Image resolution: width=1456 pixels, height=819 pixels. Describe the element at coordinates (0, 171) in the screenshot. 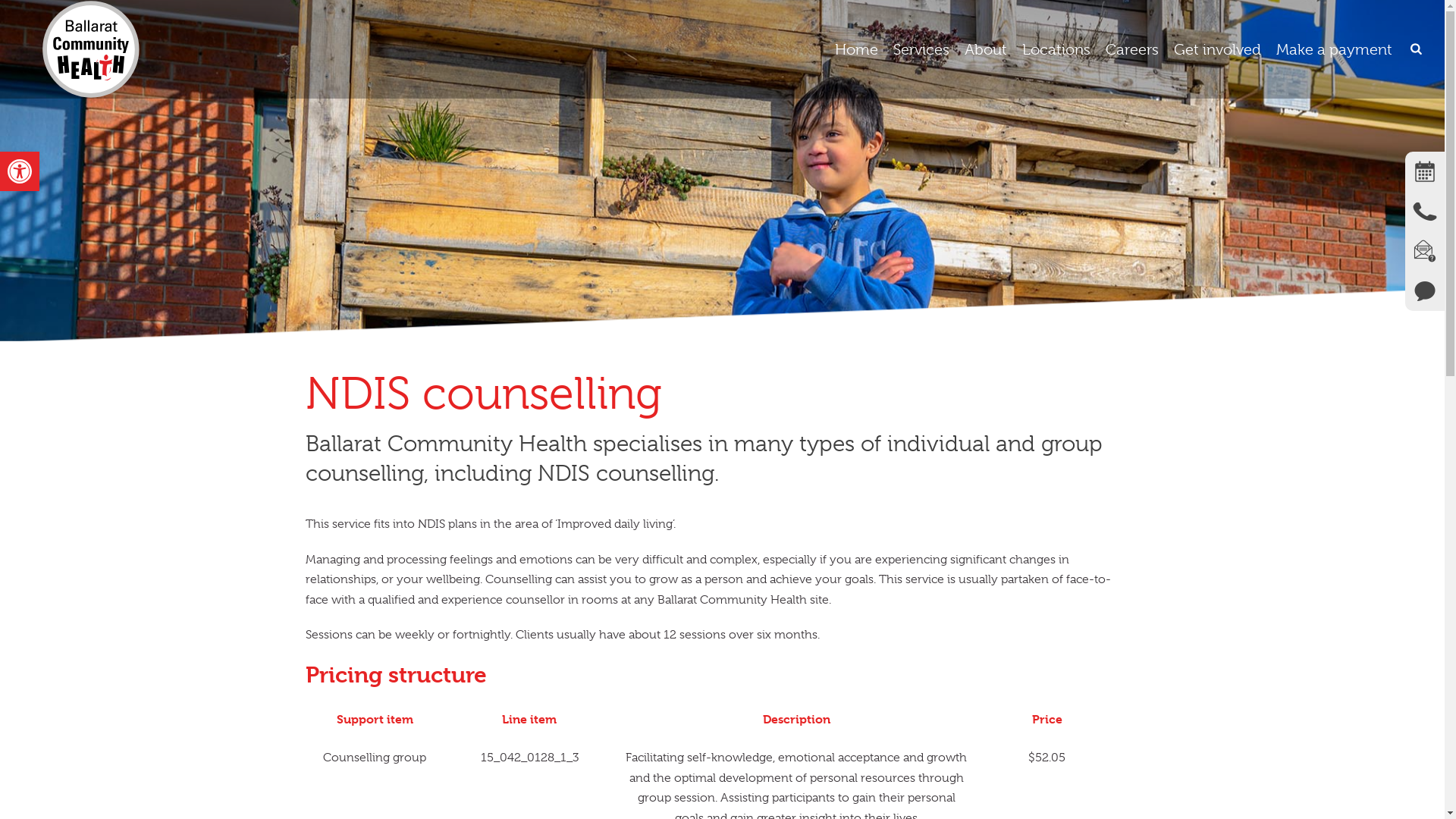

I see `'Open toolbar` at that location.